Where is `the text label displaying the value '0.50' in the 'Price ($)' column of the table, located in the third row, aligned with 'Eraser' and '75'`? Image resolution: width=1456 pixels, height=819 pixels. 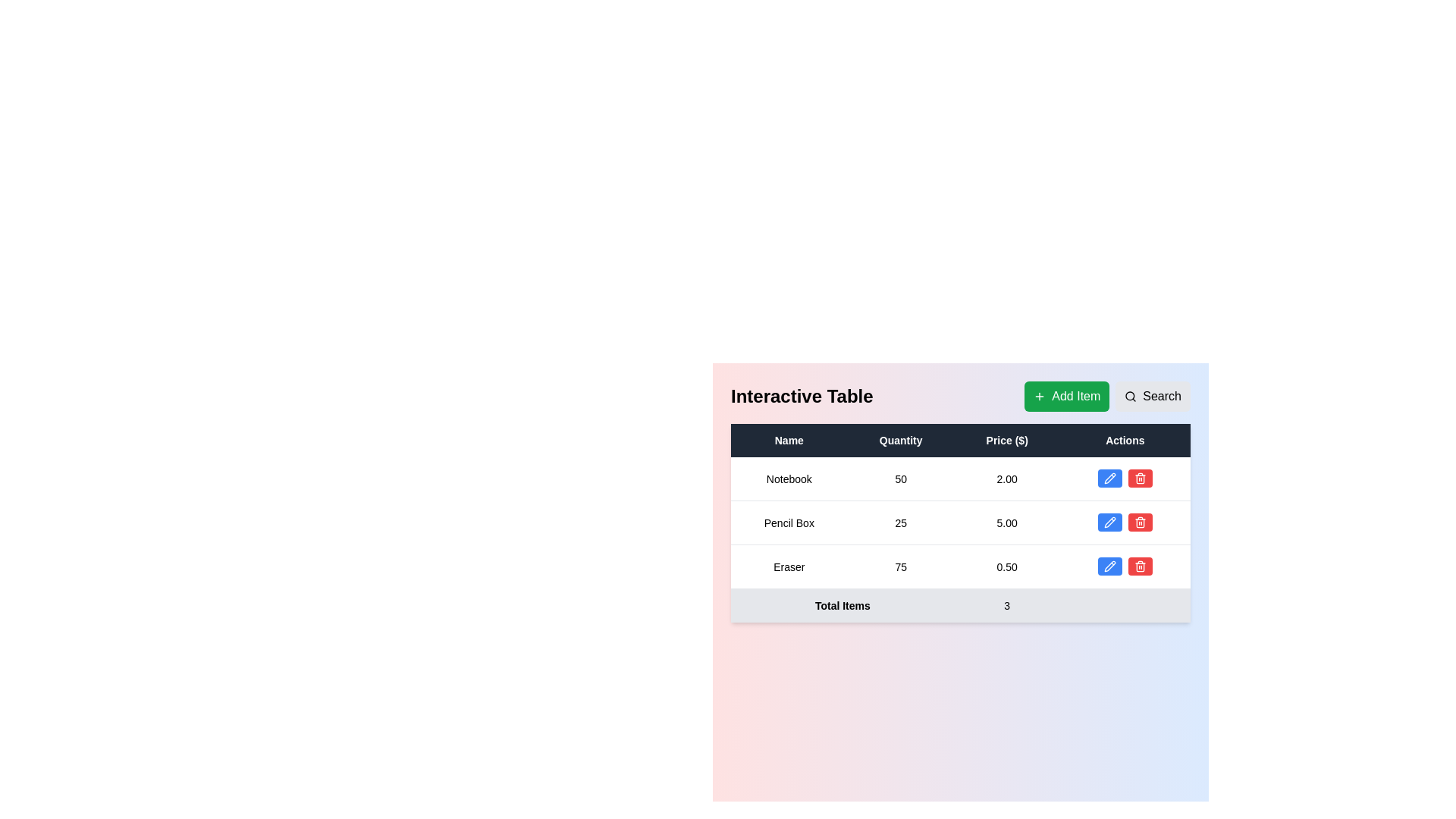
the text label displaying the value '0.50' in the 'Price ($)' column of the table, located in the third row, aligned with 'Eraser' and '75' is located at coordinates (1007, 566).